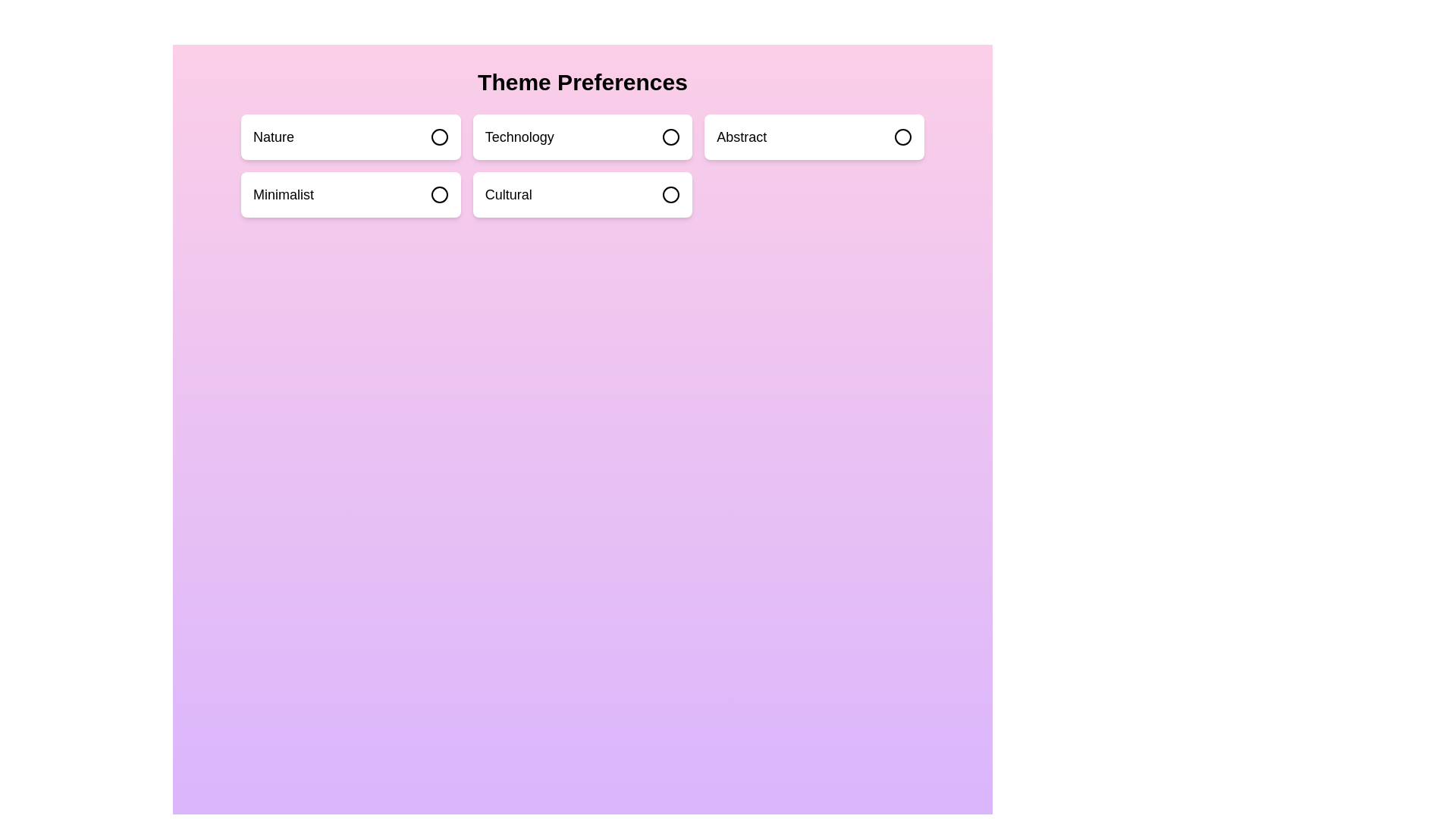 This screenshot has height=819, width=1456. Describe the element at coordinates (582, 137) in the screenshot. I see `the theme Technology` at that location.